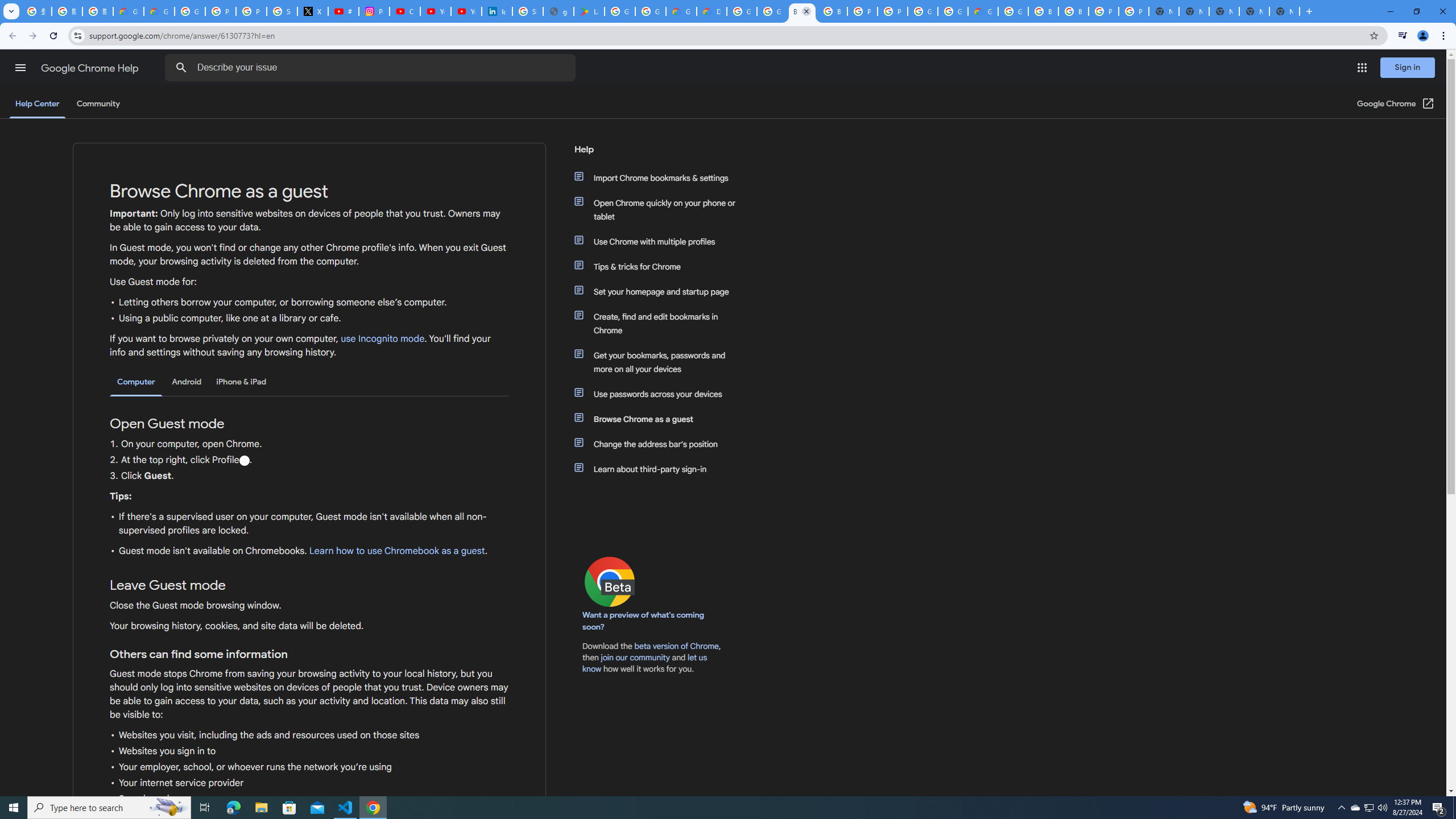 Image resolution: width=1456 pixels, height=819 pixels. I want to click on 'beta version of Chrome', so click(677, 646).